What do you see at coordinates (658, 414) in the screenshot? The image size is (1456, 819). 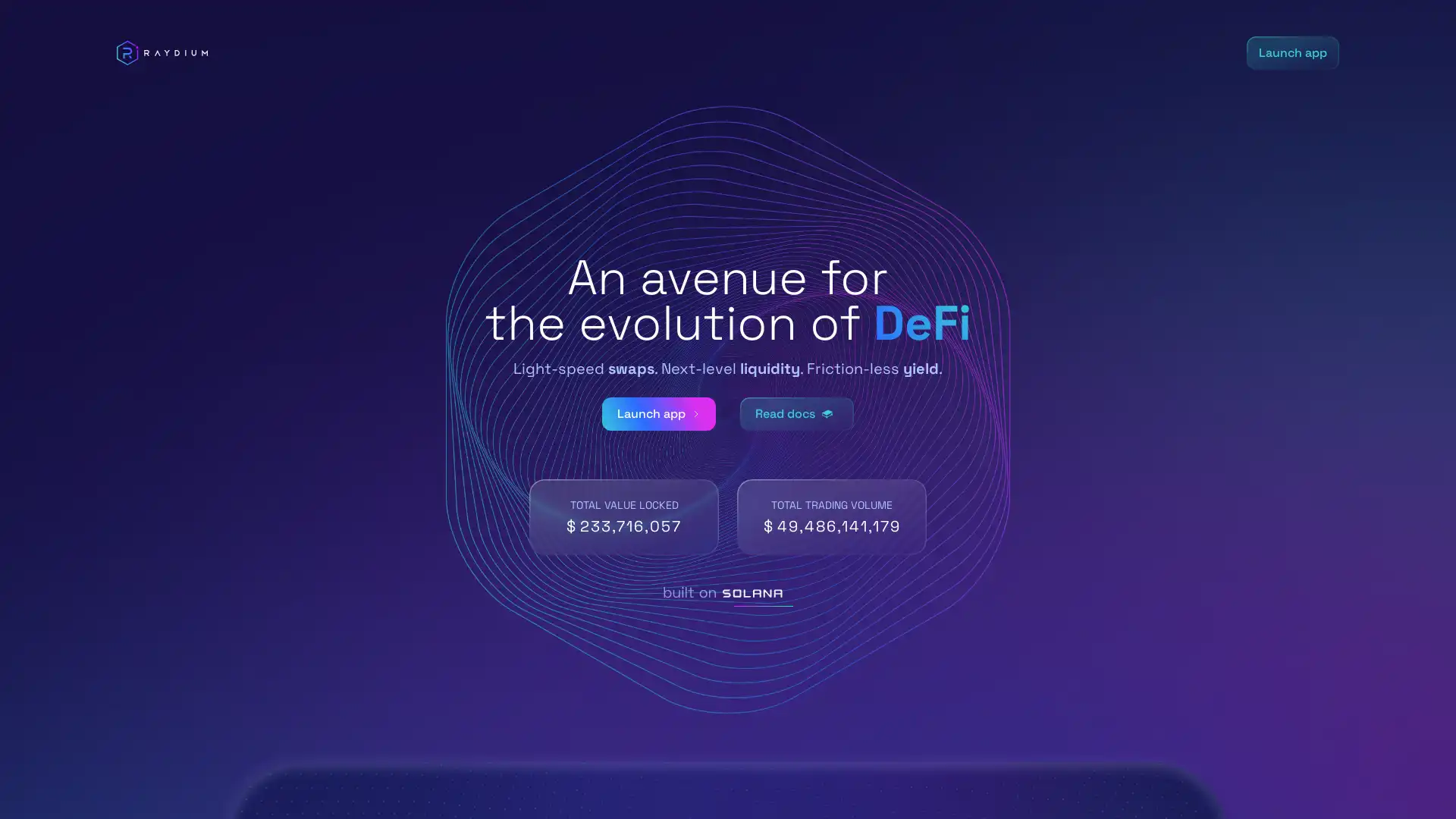 I see `Launch app` at bounding box center [658, 414].